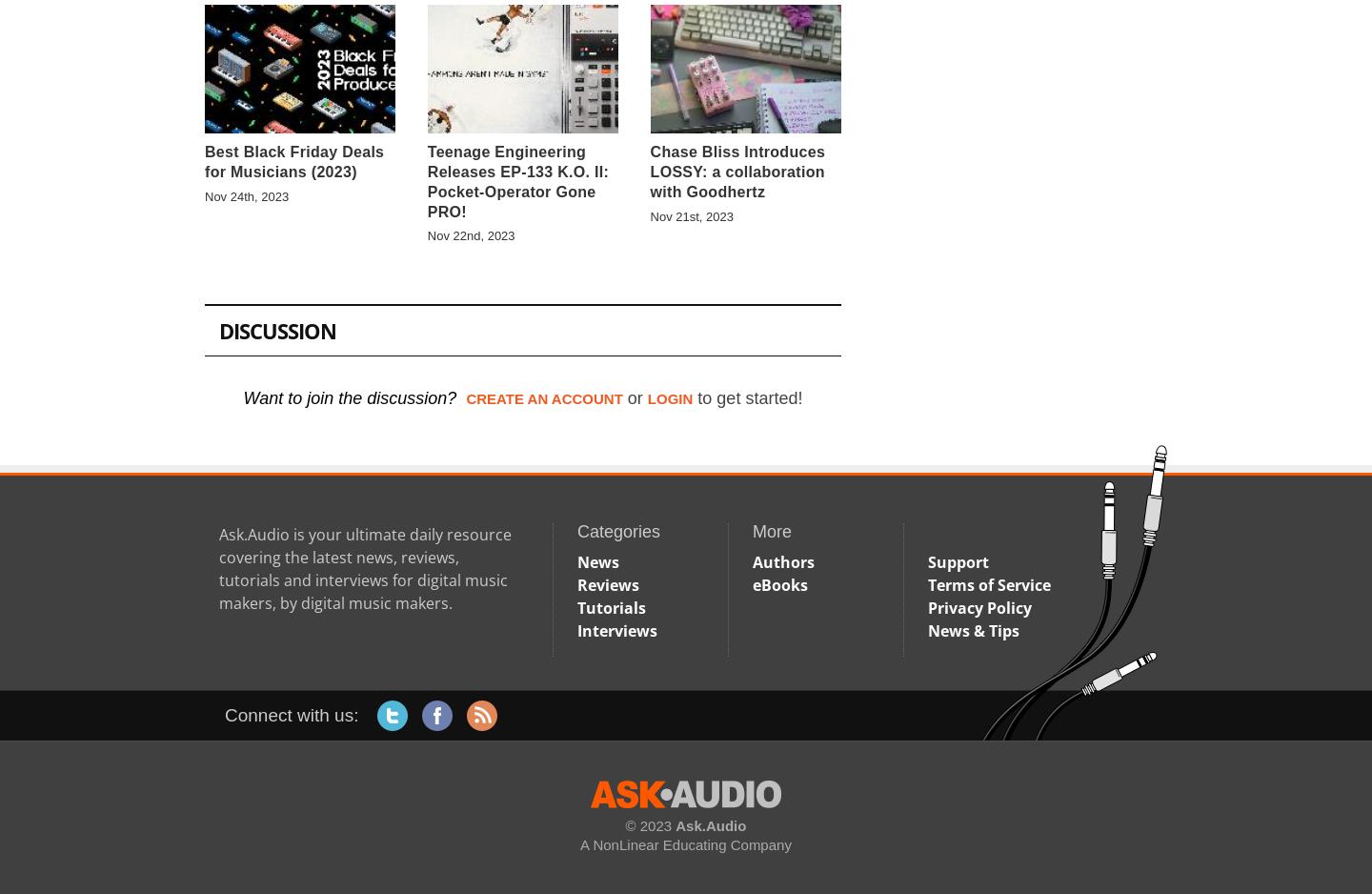  Describe the element at coordinates (783, 559) in the screenshot. I see `'Authors'` at that location.